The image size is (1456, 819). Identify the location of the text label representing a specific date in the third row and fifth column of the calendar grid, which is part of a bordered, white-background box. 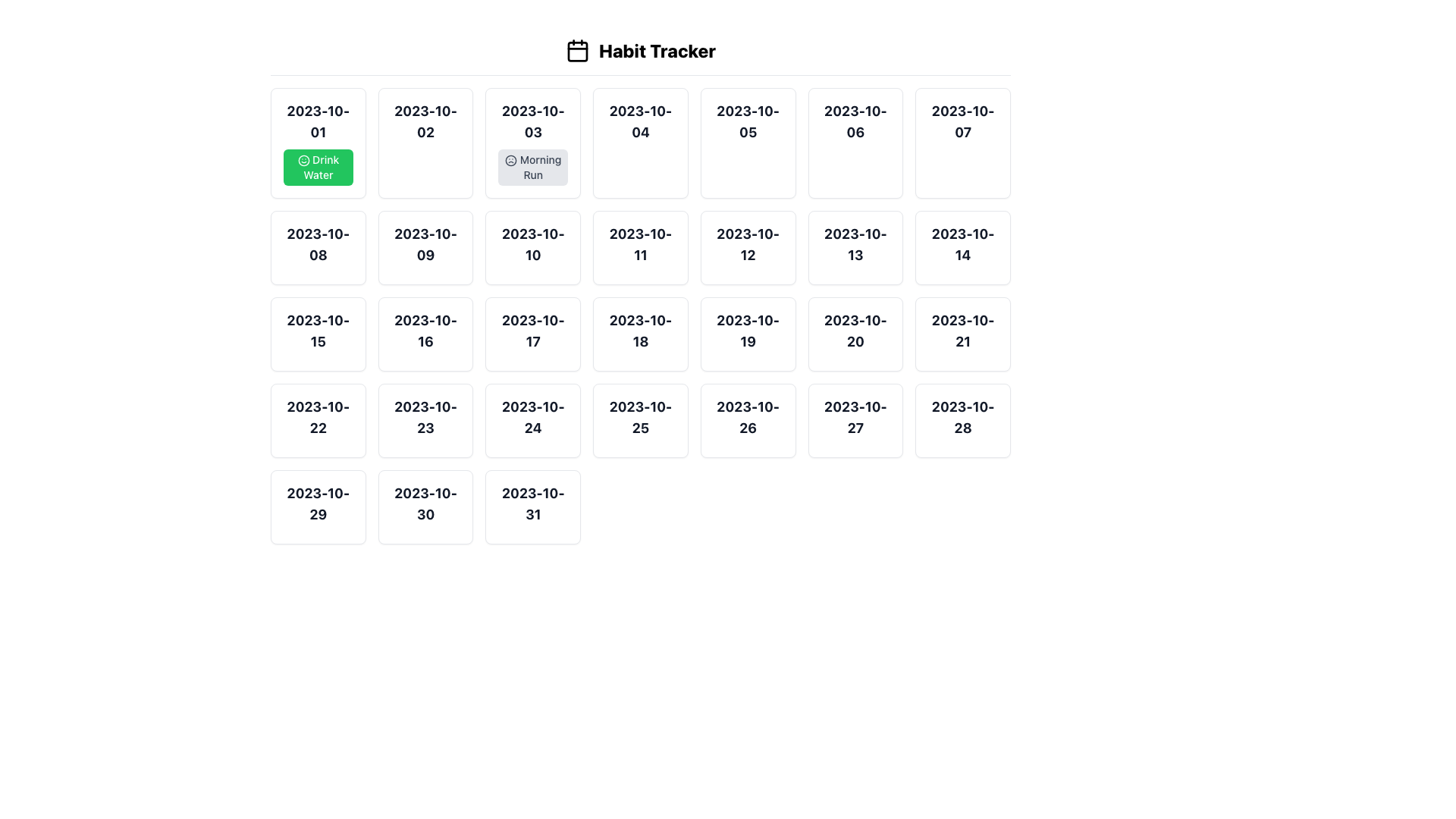
(748, 244).